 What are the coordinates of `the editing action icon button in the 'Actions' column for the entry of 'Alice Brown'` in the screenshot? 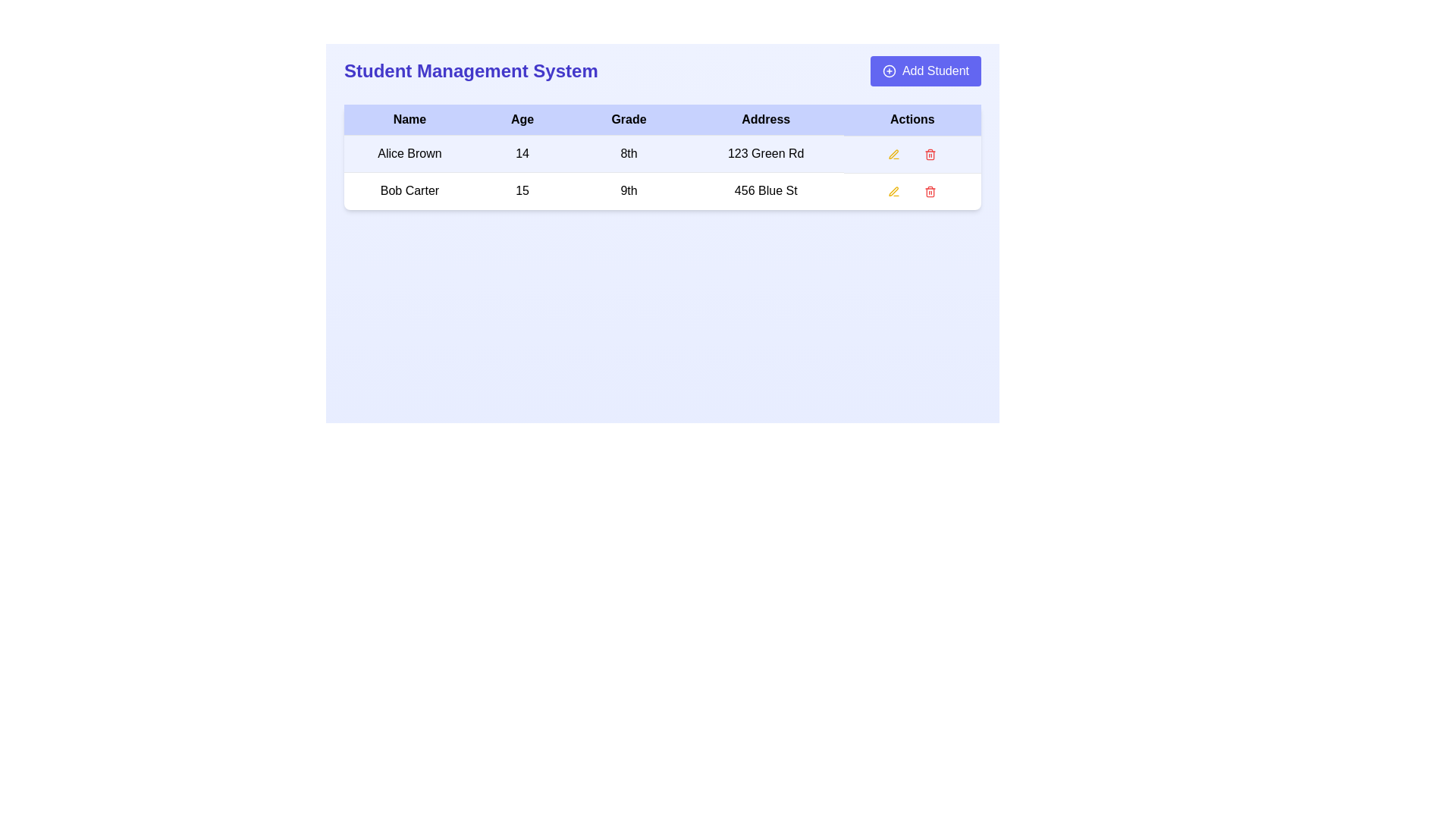 It's located at (894, 190).